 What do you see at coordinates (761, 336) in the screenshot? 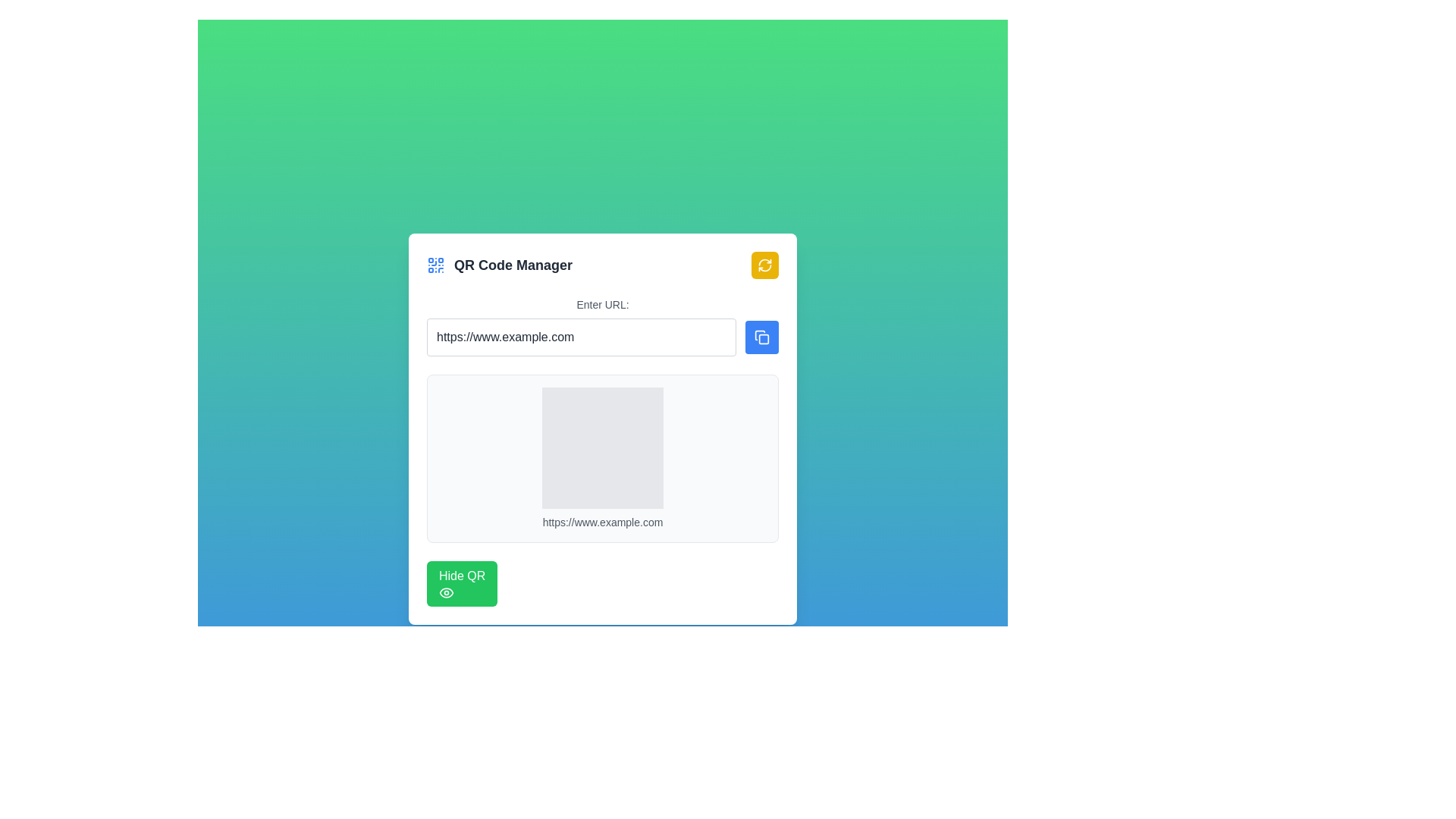
I see `the Button with a copy icon located to the right of the text input field containing 'https://www.example.com' in the QR Code Manager card for accessibility purposes` at bounding box center [761, 336].